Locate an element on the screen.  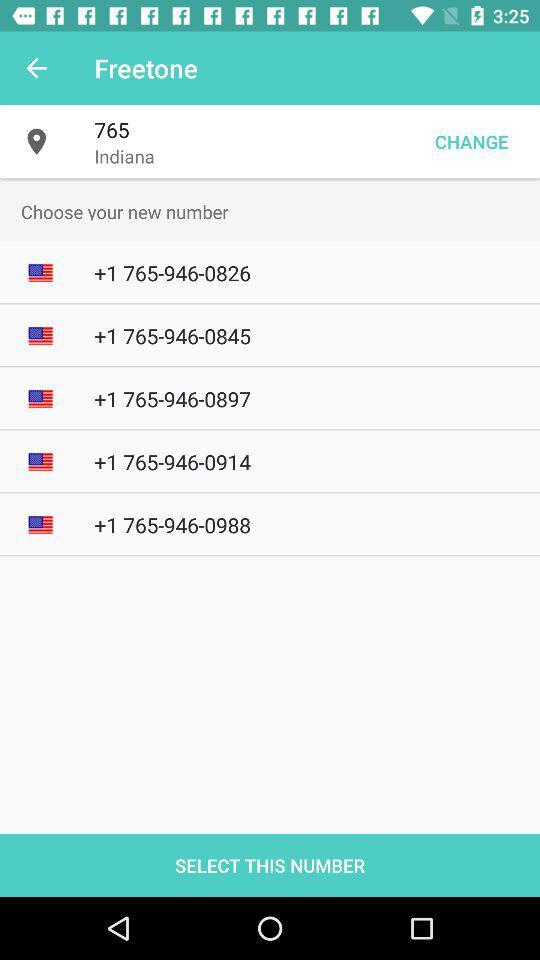
item next to the freetone is located at coordinates (36, 68).